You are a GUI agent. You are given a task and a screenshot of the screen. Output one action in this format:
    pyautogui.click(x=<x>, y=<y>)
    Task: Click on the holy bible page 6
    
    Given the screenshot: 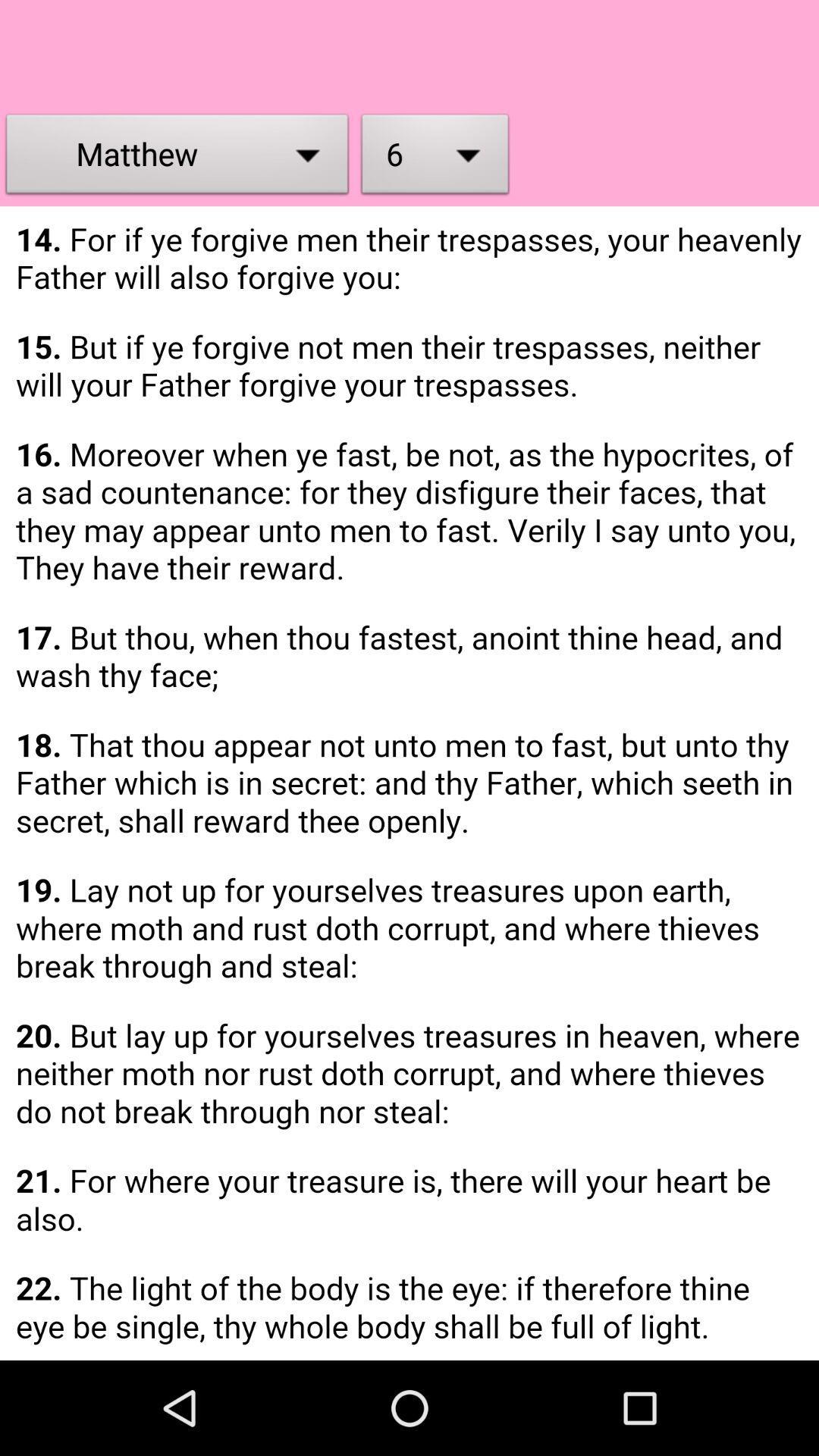 What is the action you would take?
    pyautogui.click(x=409, y=783)
    